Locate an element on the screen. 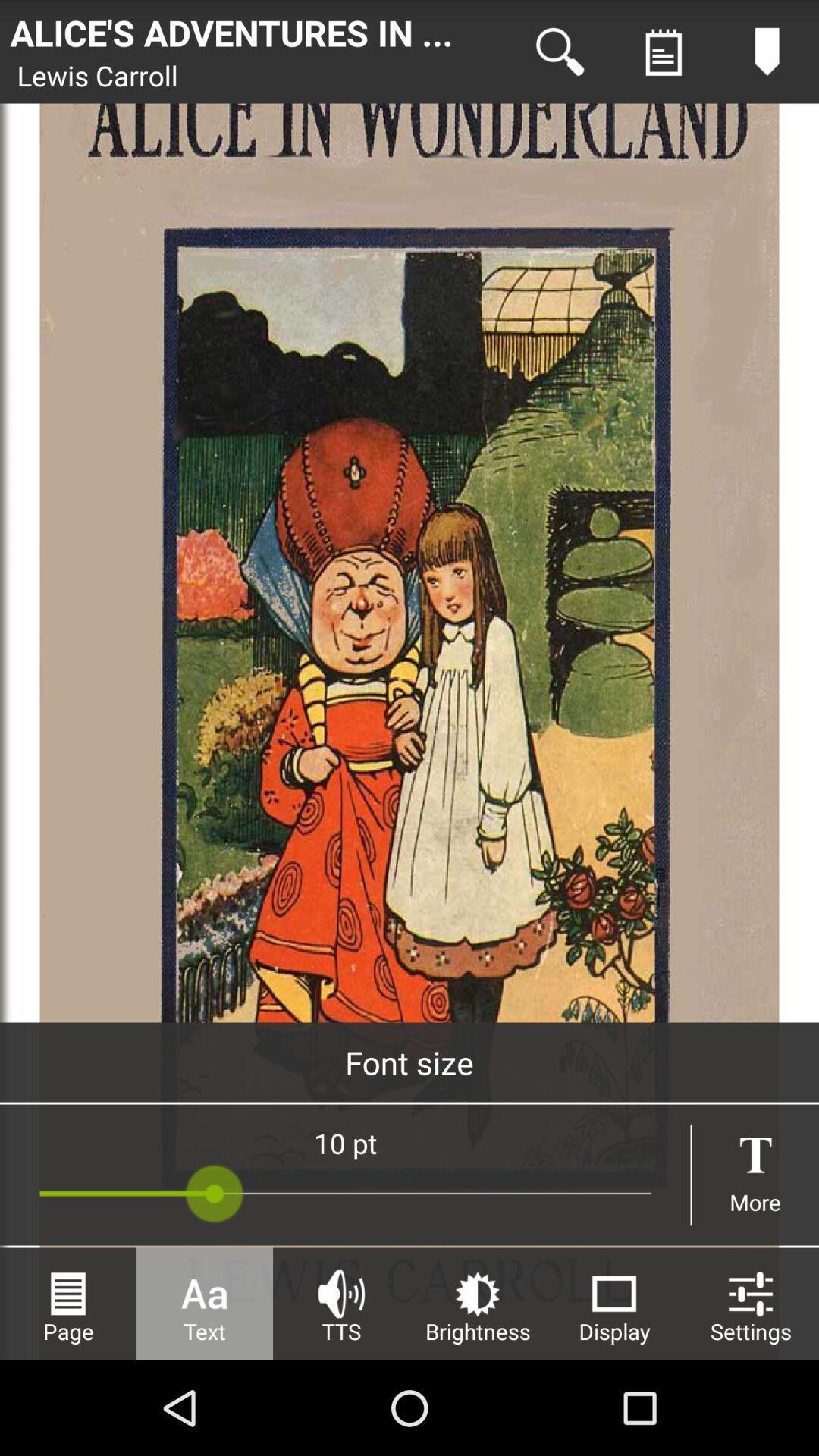  notepad option is located at coordinates (663, 52).